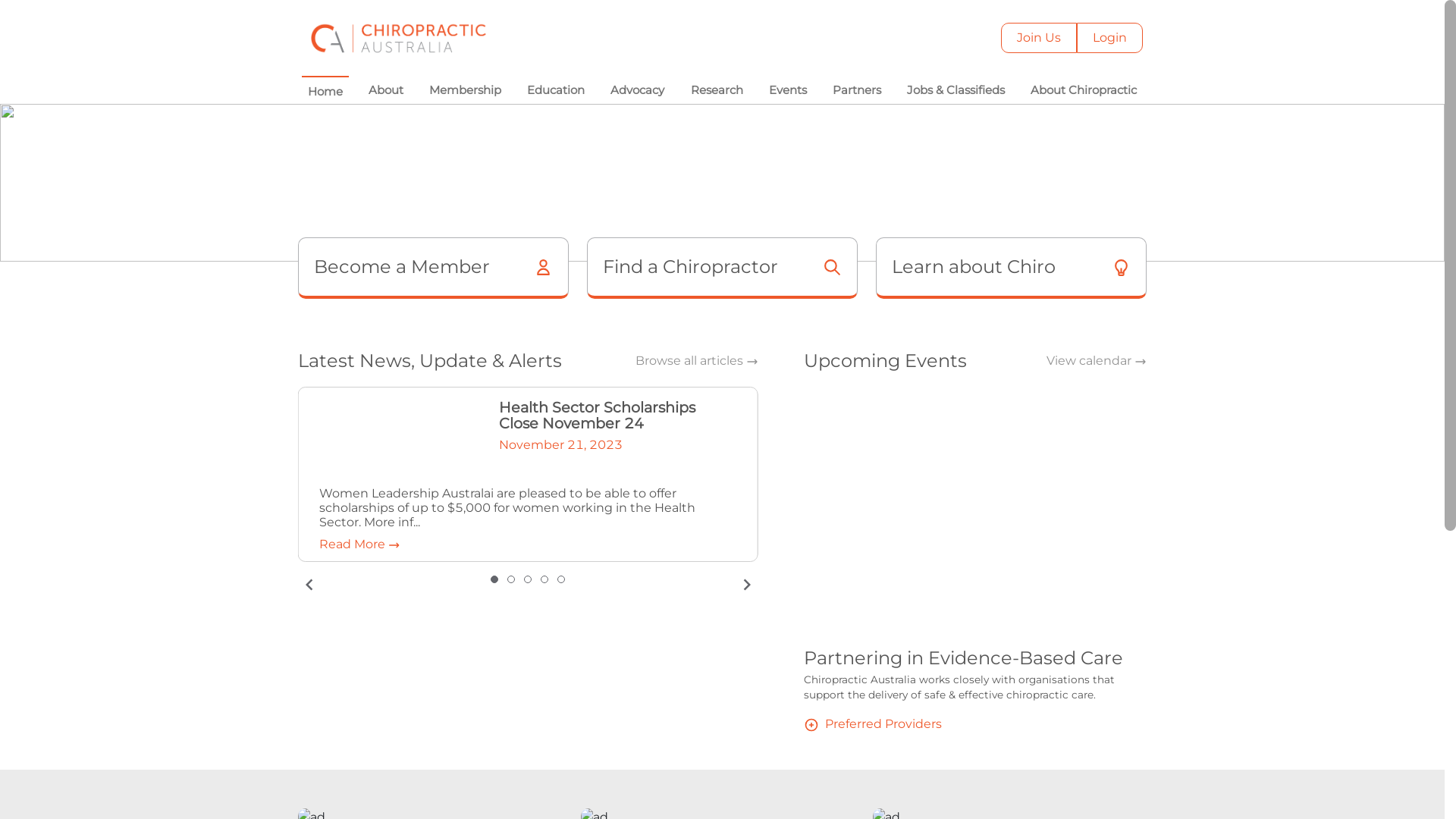 This screenshot has height=819, width=1456. Describe the element at coordinates (1037, 37) in the screenshot. I see `'Join Us'` at that location.